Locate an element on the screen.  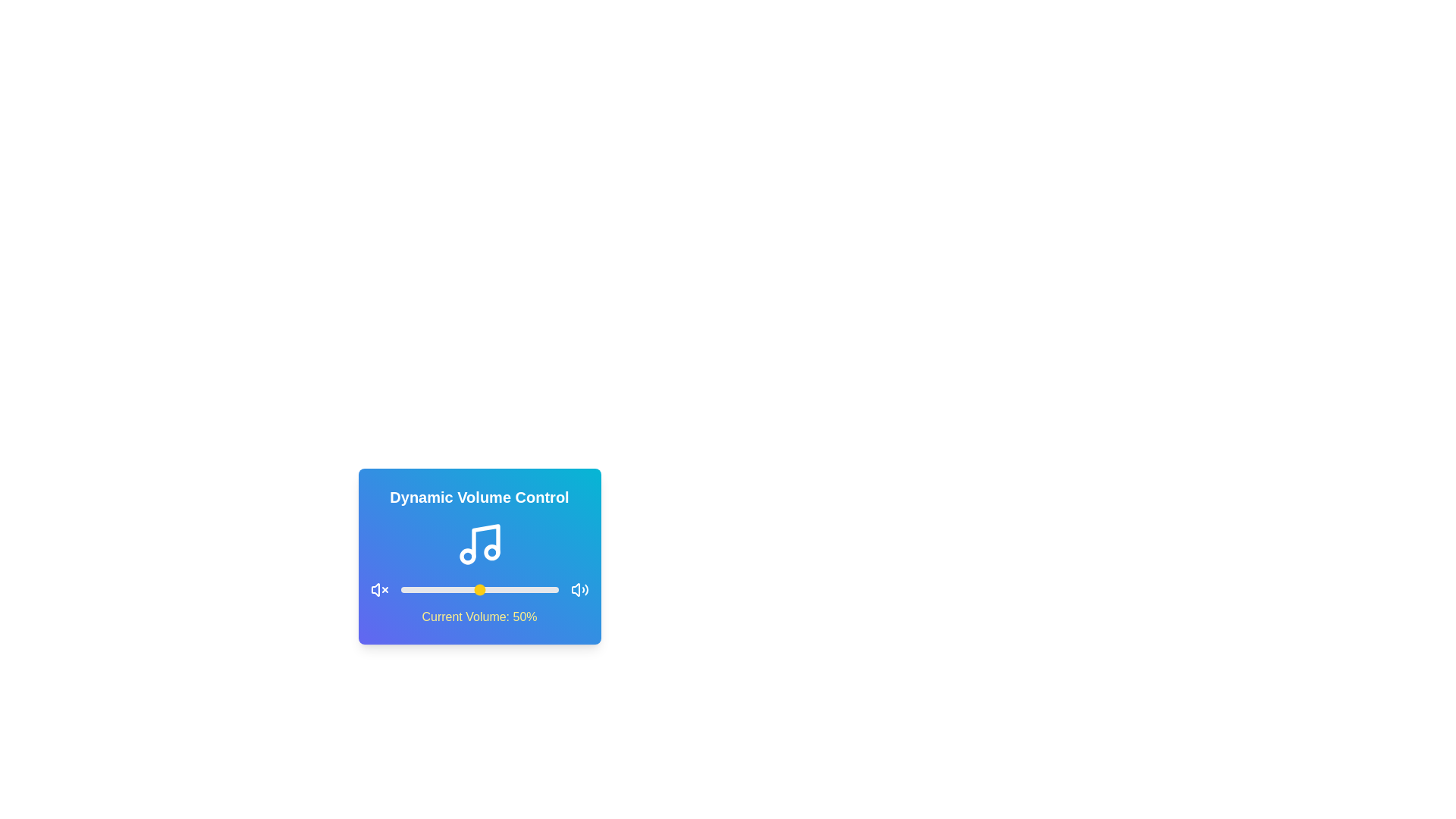
the volume to 0% by adjusting the slider is located at coordinates (400, 589).